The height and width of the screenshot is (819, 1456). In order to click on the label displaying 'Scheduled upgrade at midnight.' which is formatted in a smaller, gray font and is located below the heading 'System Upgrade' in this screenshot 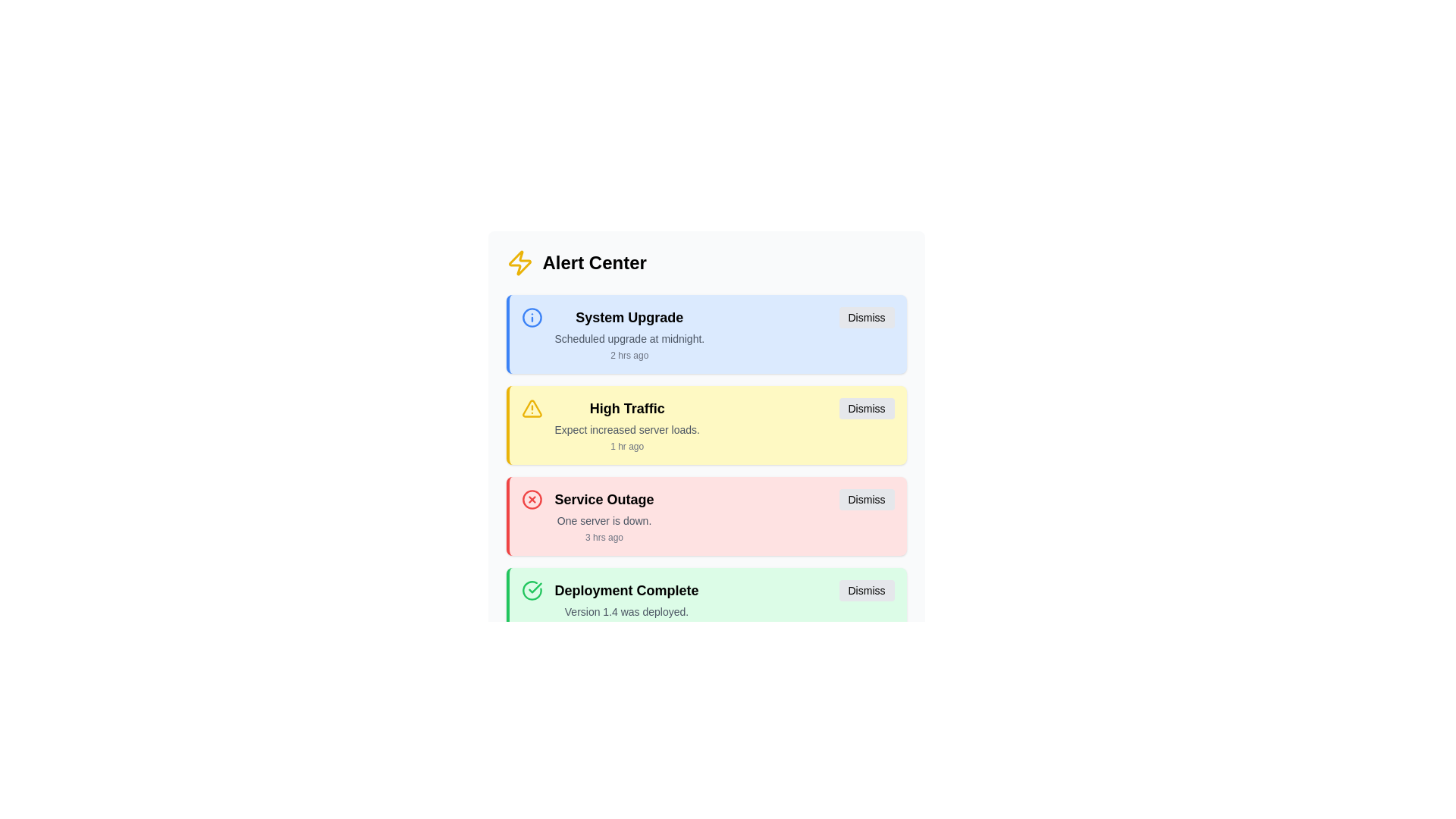, I will do `click(629, 338)`.